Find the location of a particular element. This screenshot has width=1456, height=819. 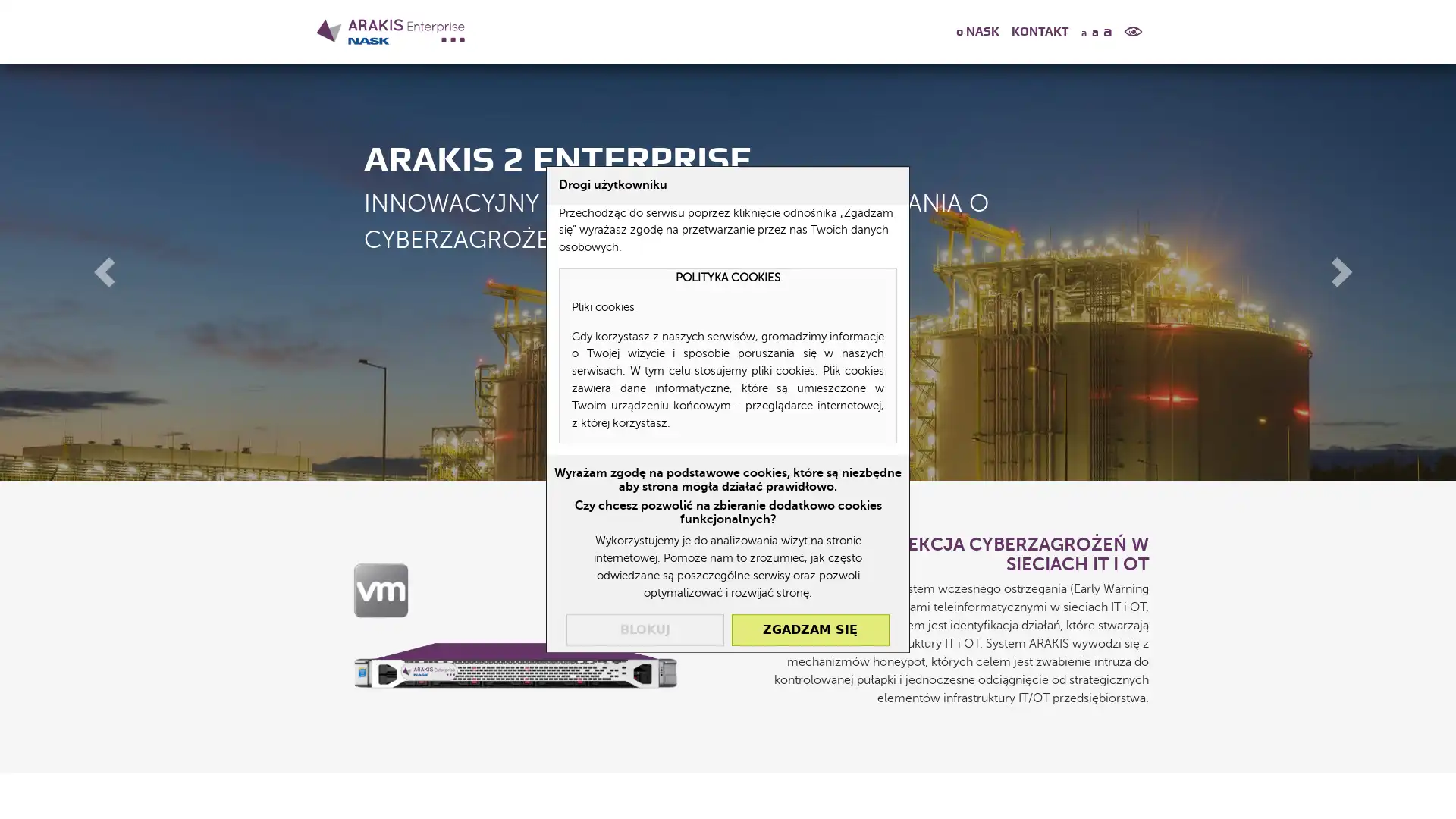

a is located at coordinates (1109, 30).